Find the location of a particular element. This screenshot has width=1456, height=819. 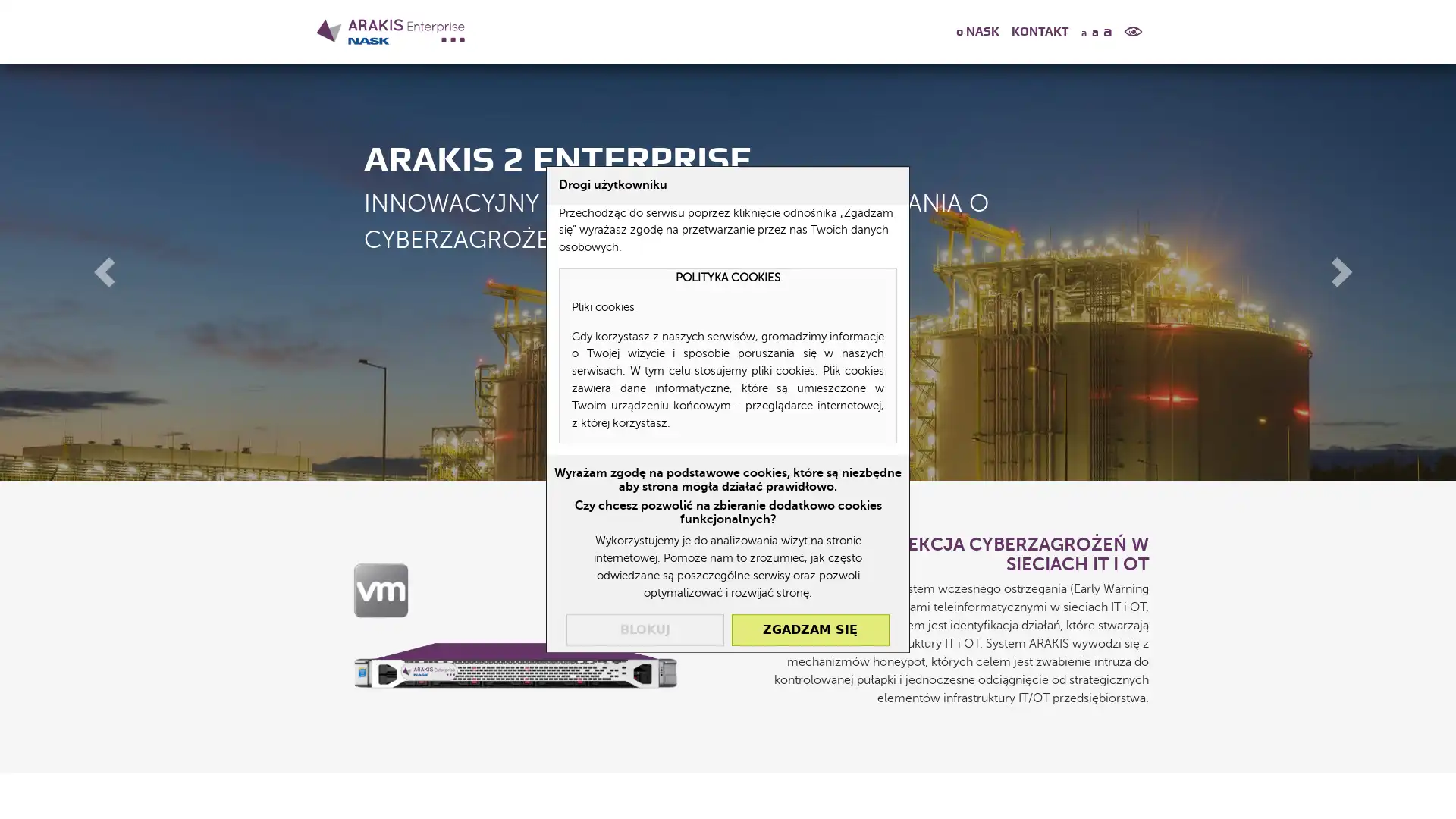

a is located at coordinates (1109, 30).